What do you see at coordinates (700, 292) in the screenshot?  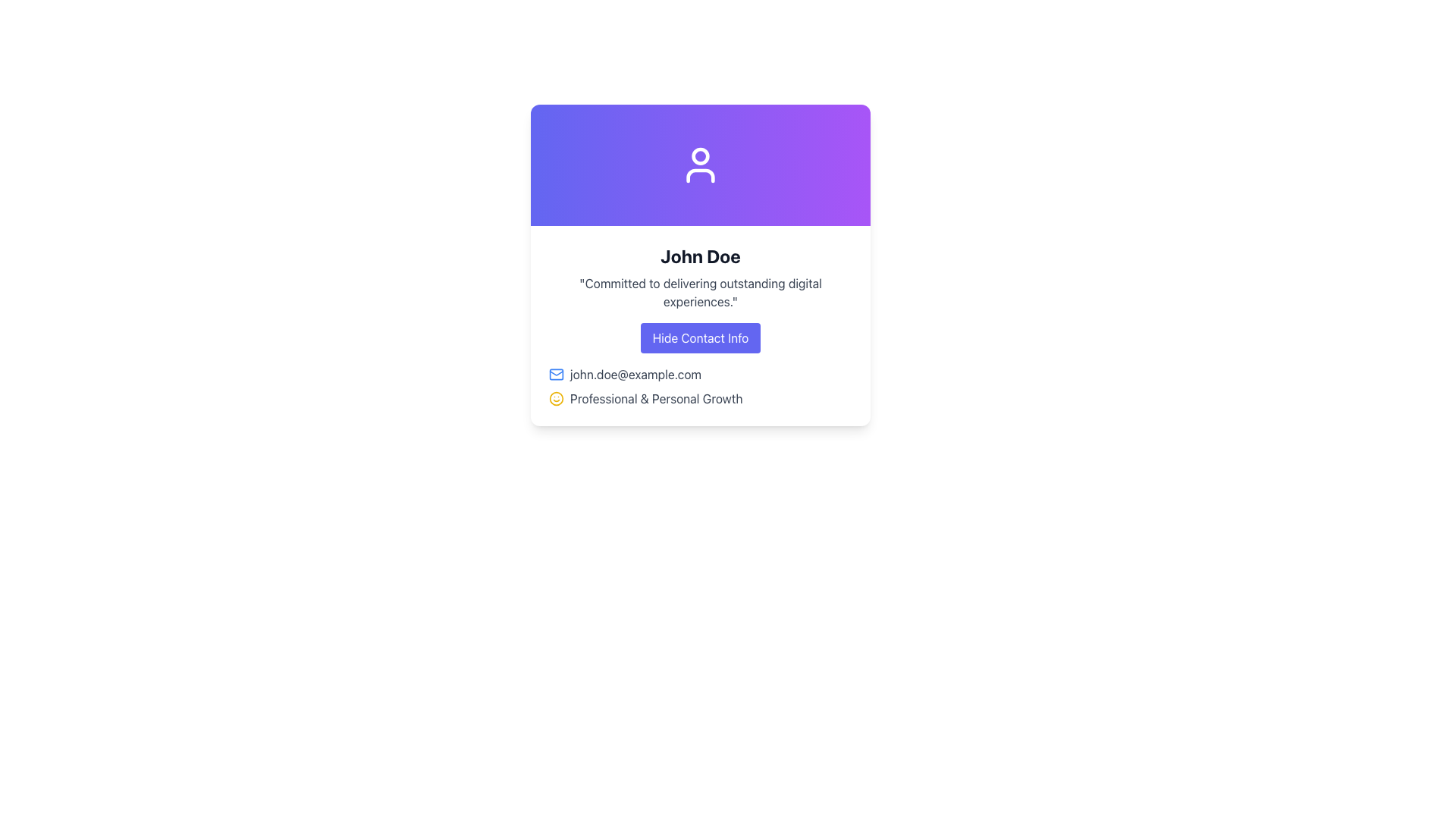 I see `the text element displaying the statement: 'Committed to delivering outstanding digital experiences.' which is styled in gray and located below the title 'John Doe'` at bounding box center [700, 292].